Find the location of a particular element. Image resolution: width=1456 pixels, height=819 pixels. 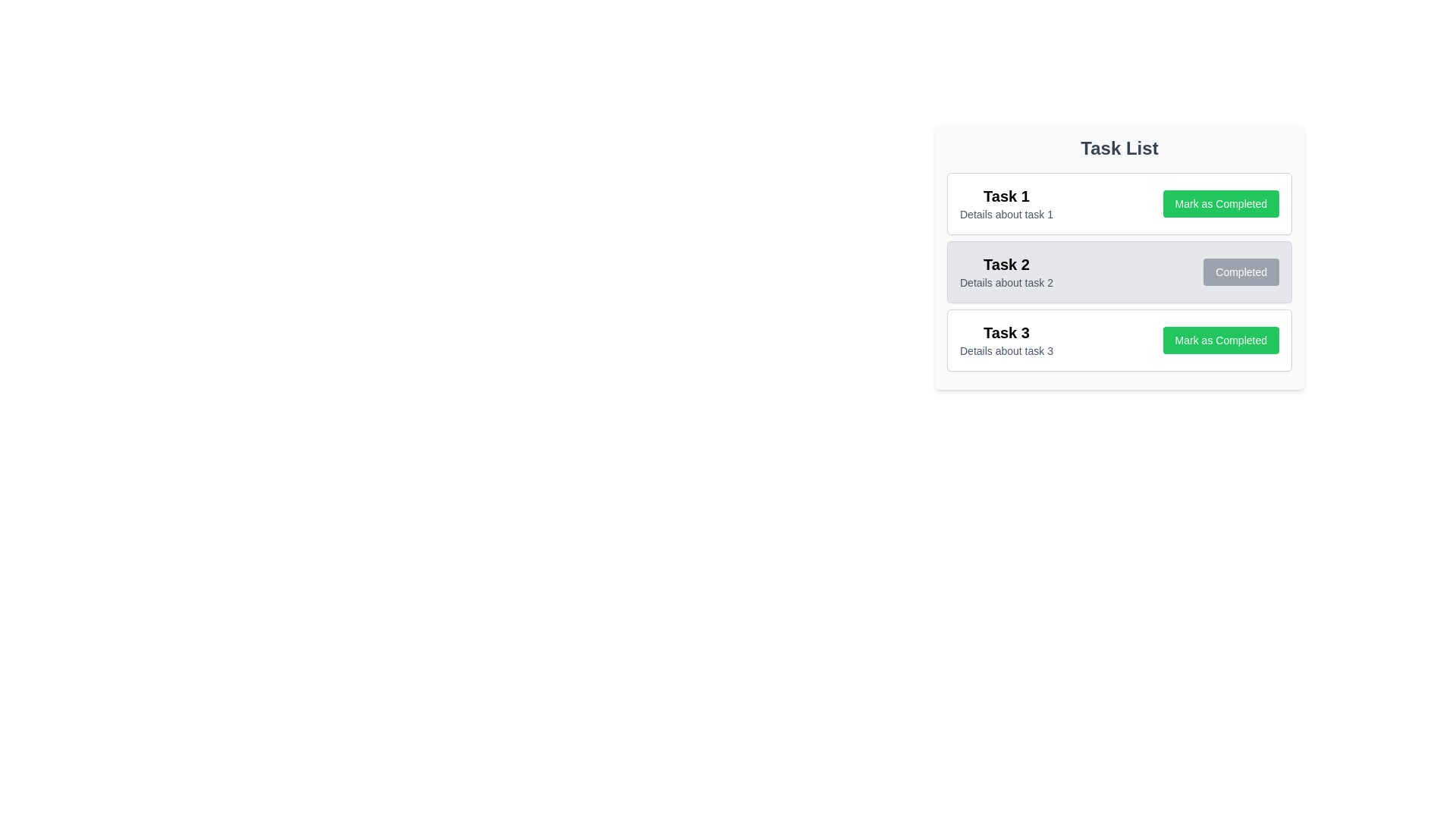

the 'Mark as Completed' button, which is a rounded rectangular button with a green background and white bold text, located within the 'Task 1' task box is located at coordinates (1221, 203).